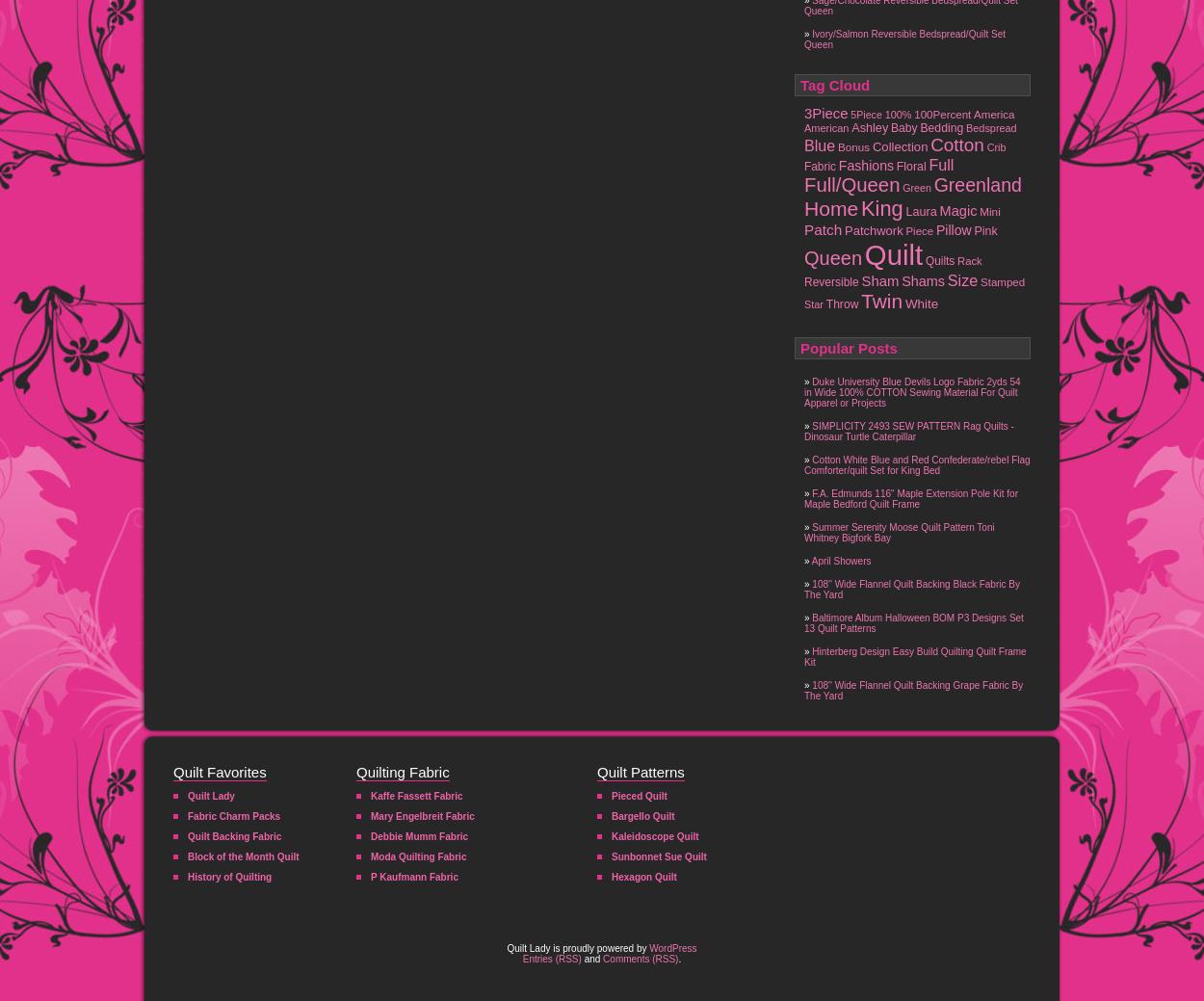 This screenshot has width=1204, height=1001. Describe the element at coordinates (803, 690) in the screenshot. I see `'108'' Wide Flannel Quilt Backing Grape Fabric By The Yard'` at that location.